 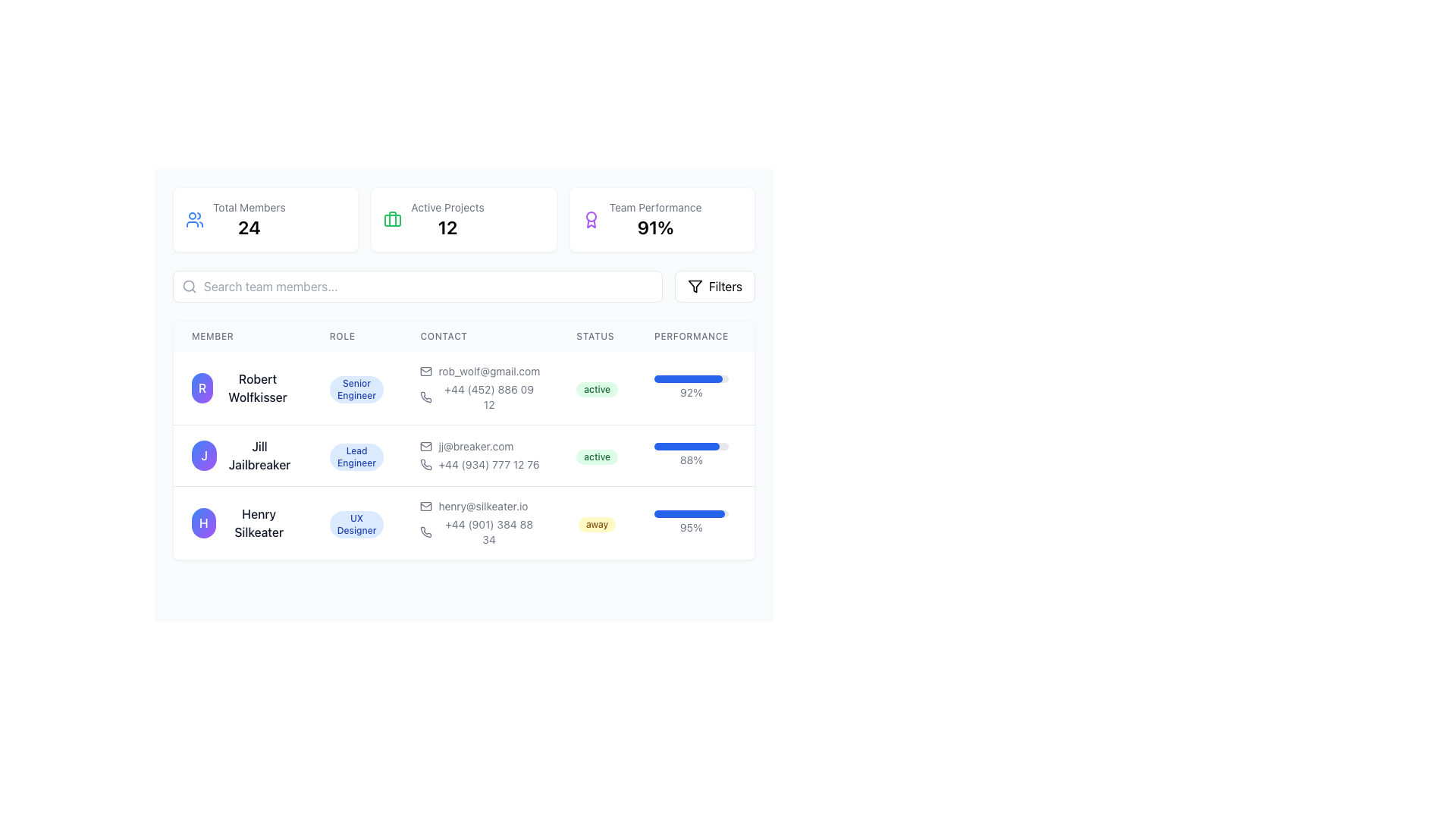 What do you see at coordinates (249, 207) in the screenshot?
I see `the descriptive Text label indicating the total number of members, which is positioned at the top-left section of the metrics panel, above the number '24'` at bounding box center [249, 207].